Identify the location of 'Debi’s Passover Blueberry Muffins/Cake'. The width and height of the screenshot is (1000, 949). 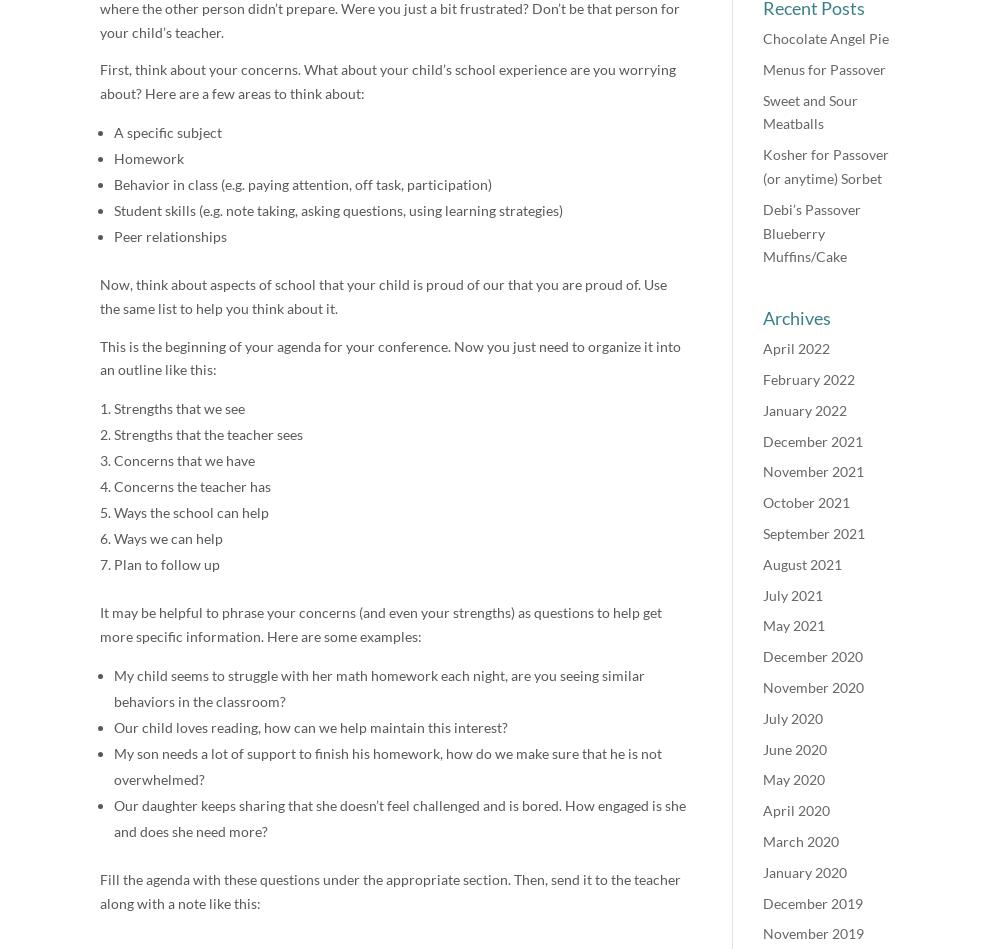
(812, 231).